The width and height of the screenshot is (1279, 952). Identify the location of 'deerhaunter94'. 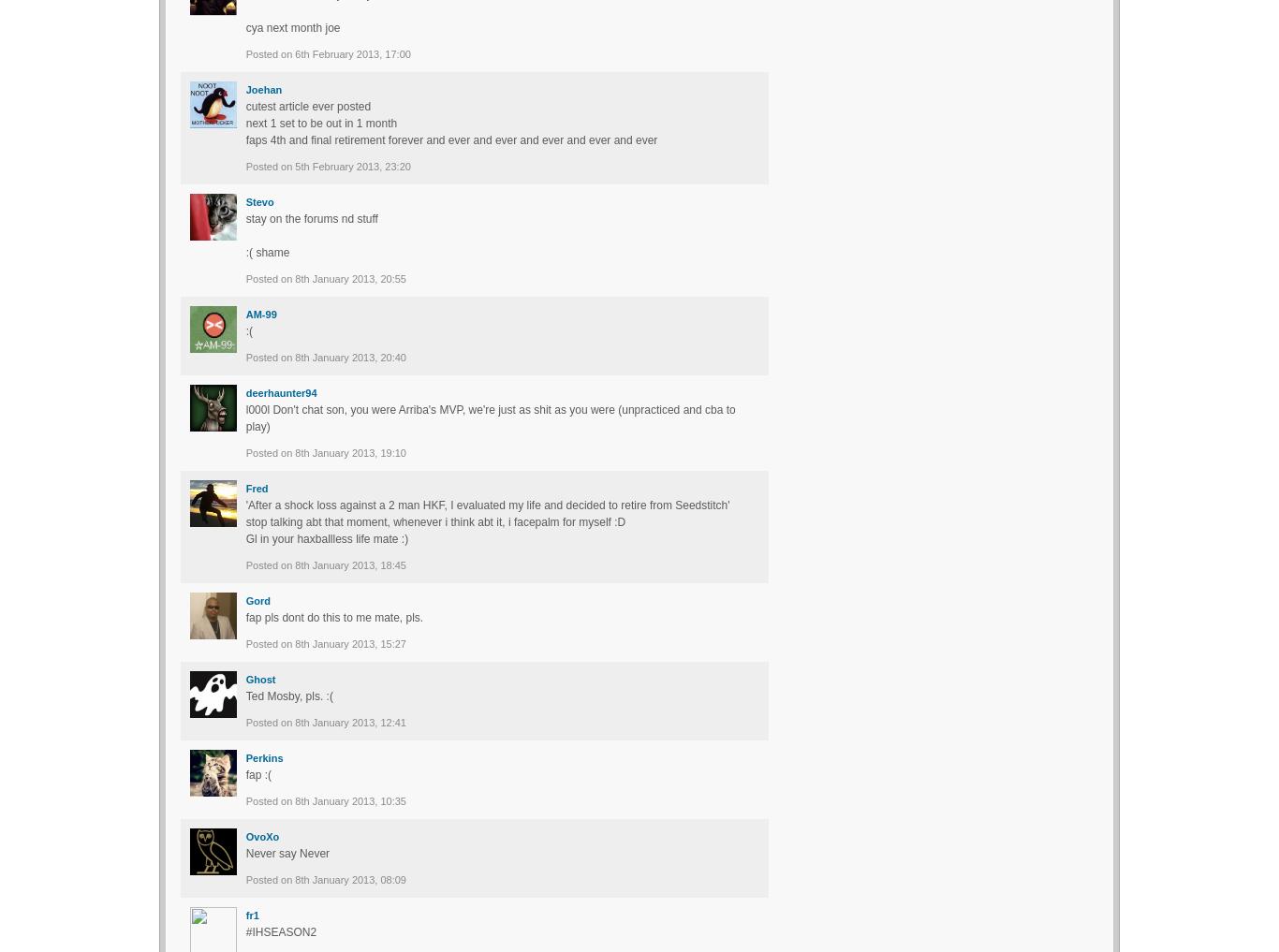
(280, 393).